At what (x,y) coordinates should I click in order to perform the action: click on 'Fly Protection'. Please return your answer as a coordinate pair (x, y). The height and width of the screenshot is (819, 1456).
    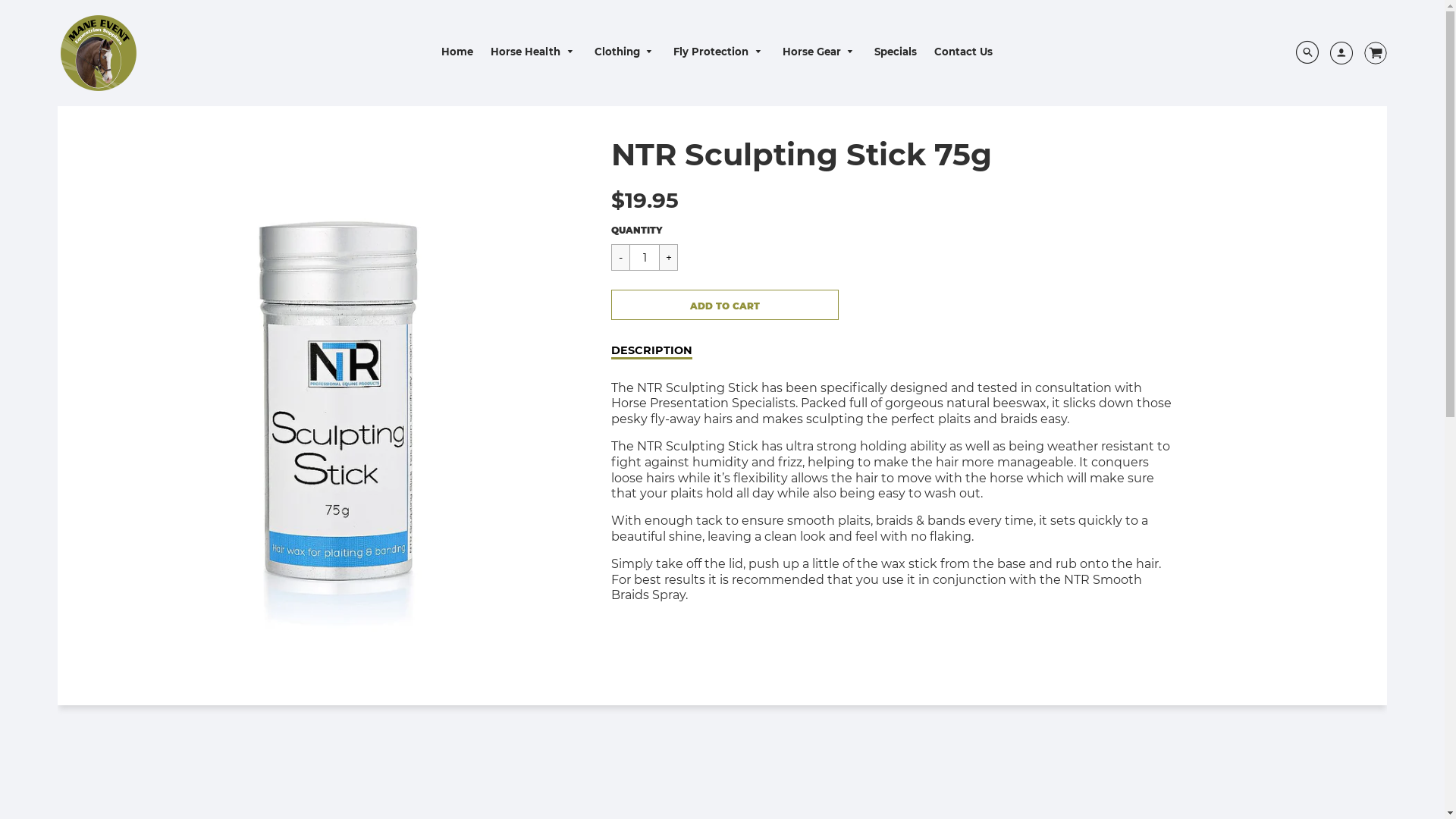
    Looking at the image, I should click on (718, 51).